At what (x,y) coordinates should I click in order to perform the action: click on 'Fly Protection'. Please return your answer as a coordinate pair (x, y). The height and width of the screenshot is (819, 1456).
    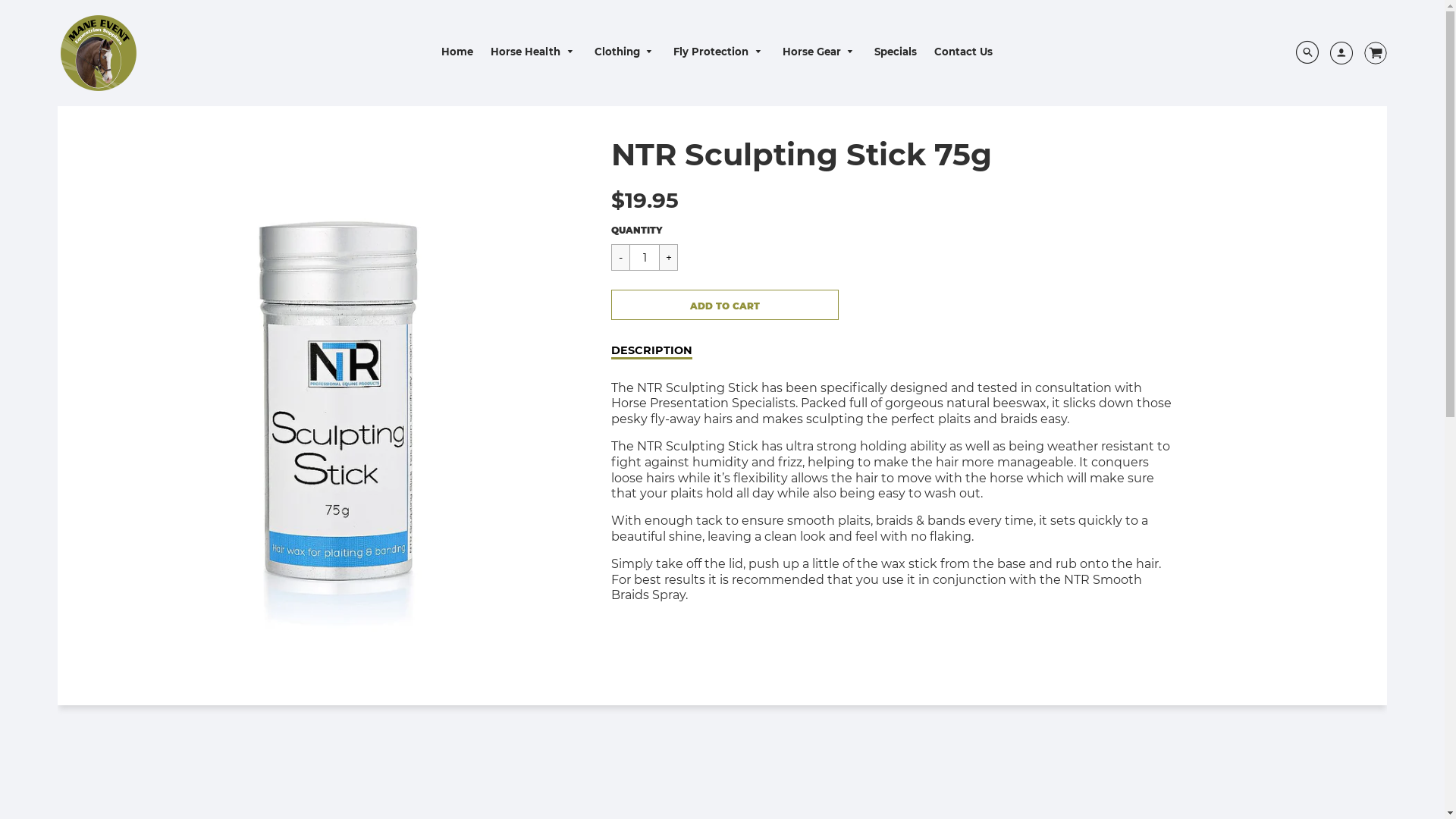
    Looking at the image, I should click on (718, 51).